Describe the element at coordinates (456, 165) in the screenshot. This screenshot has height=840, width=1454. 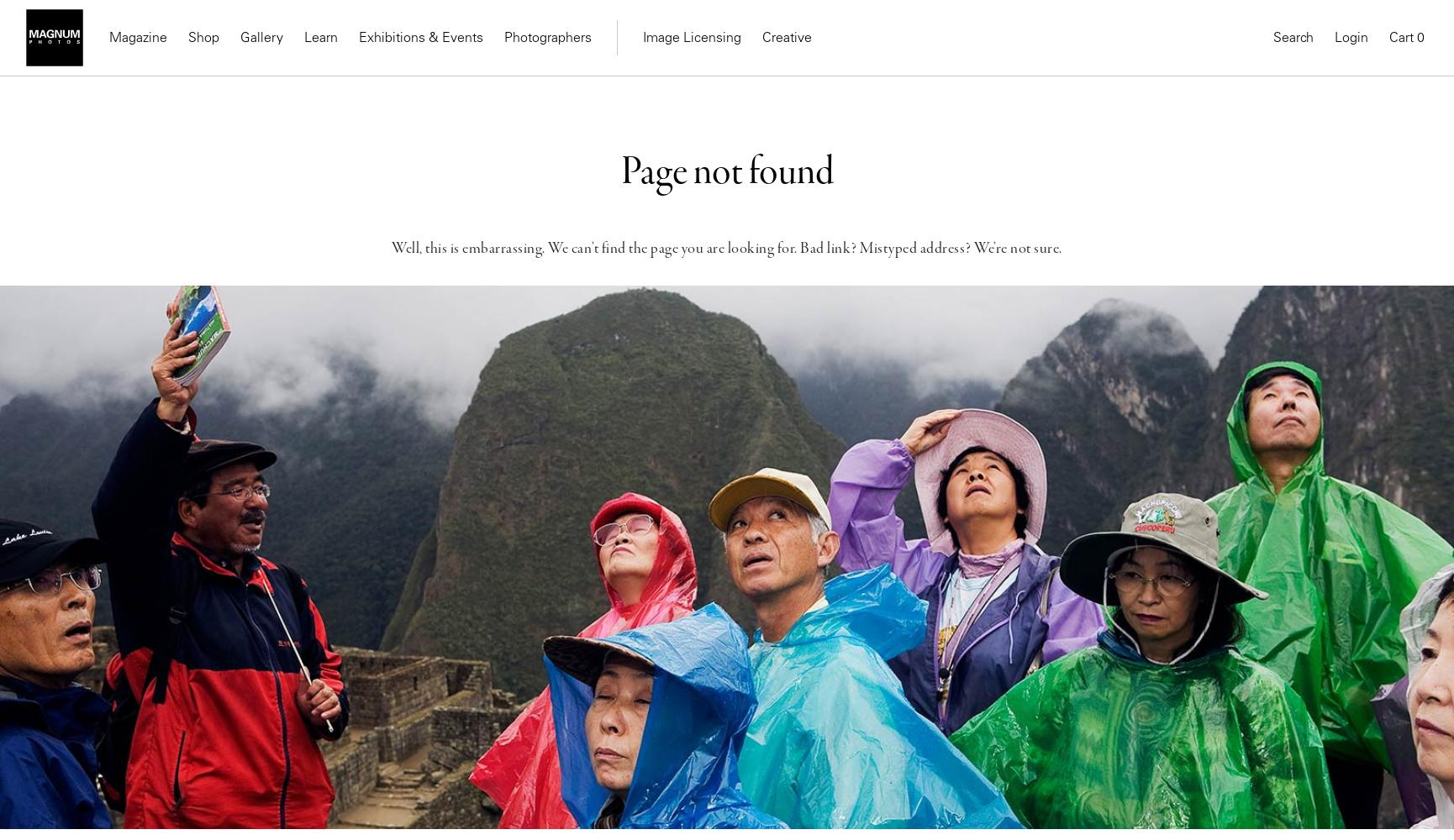
I see `'8x10" & Contact Sheet Pairings'` at that location.